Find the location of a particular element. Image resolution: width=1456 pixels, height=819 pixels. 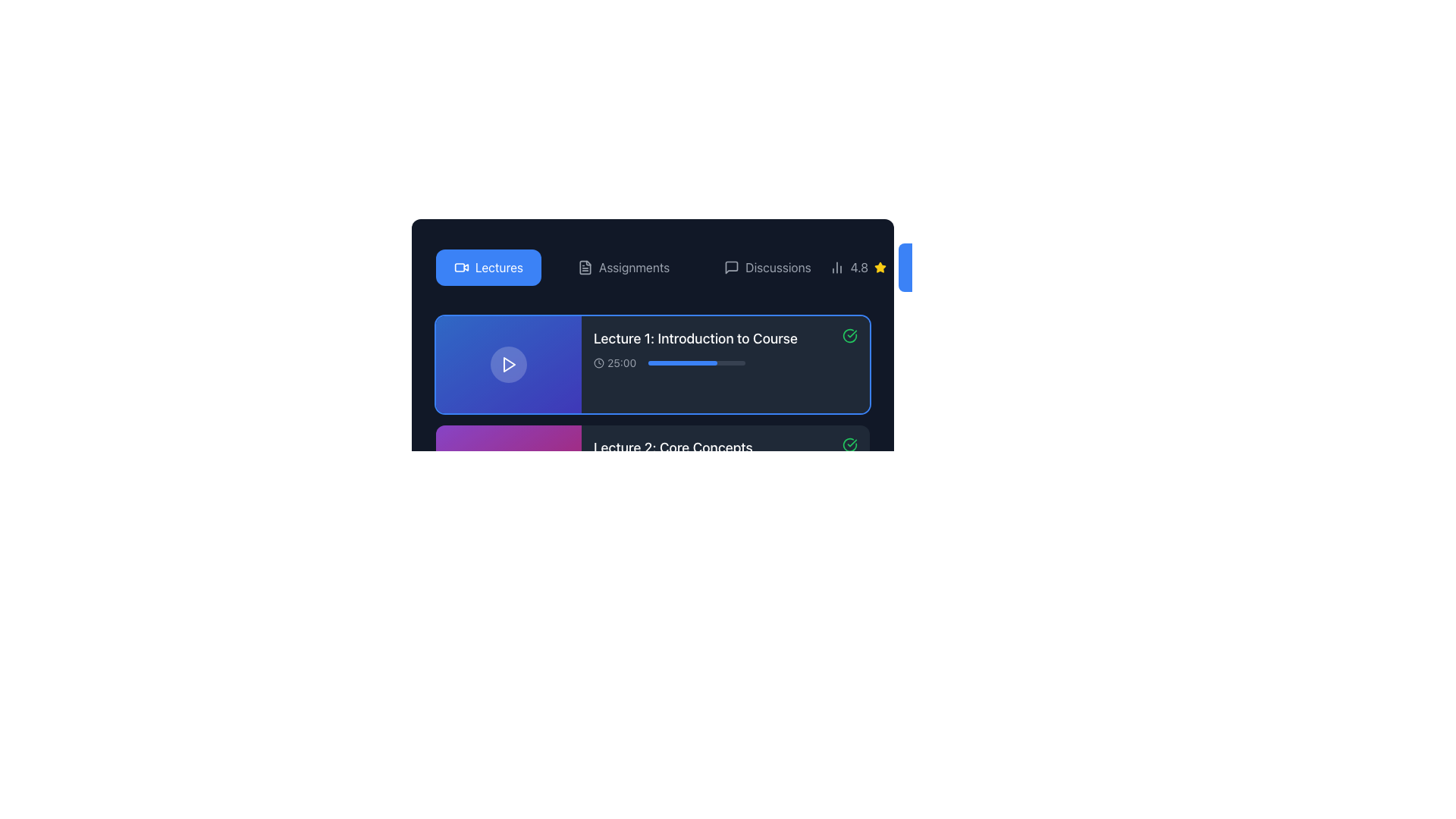

displayed time on the Time indicator with progress bar located below the title 'Lecture 1: Introduction to Course' is located at coordinates (695, 362).